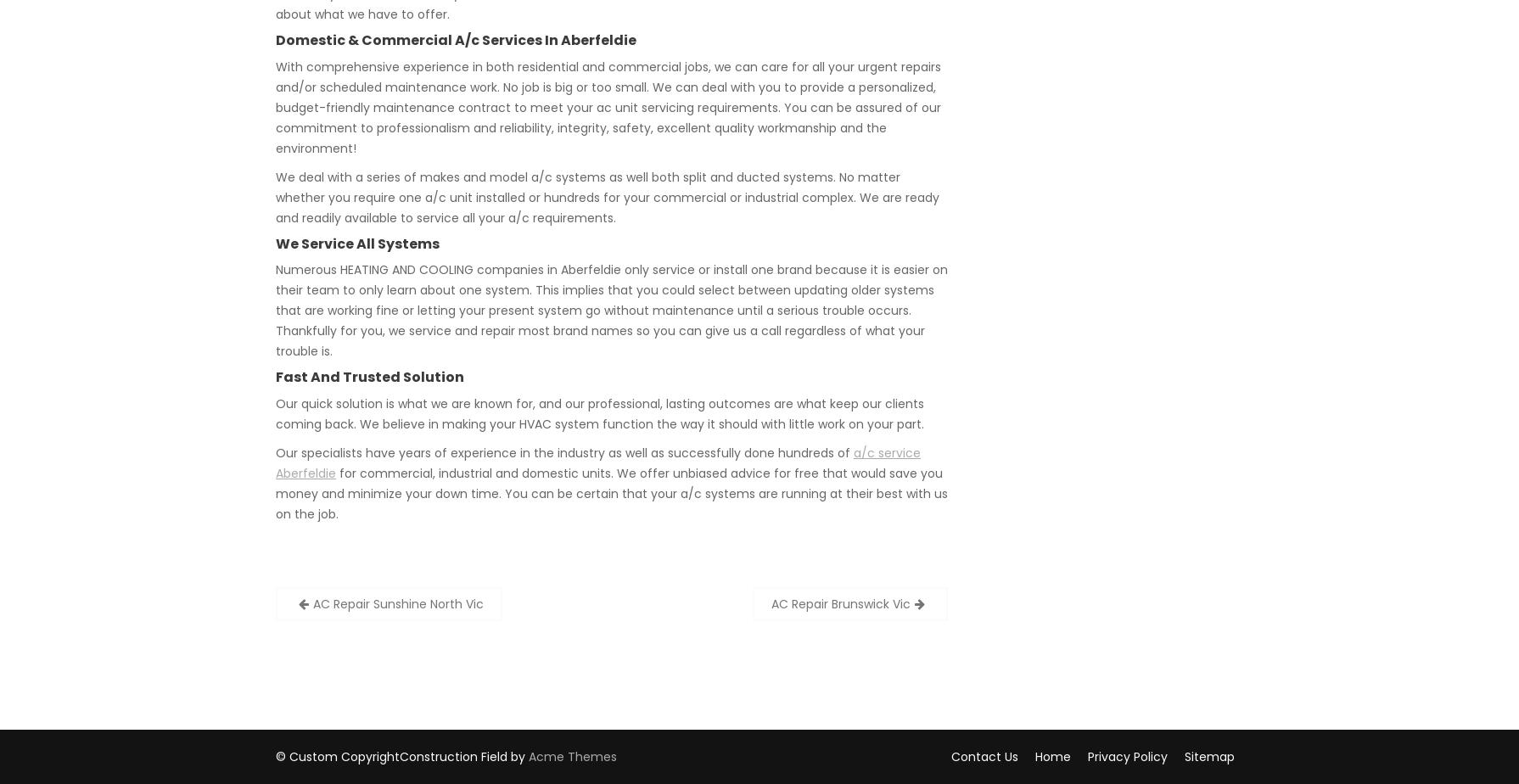 The image size is (1519, 784). I want to click on 'Construction Field by', so click(463, 756).